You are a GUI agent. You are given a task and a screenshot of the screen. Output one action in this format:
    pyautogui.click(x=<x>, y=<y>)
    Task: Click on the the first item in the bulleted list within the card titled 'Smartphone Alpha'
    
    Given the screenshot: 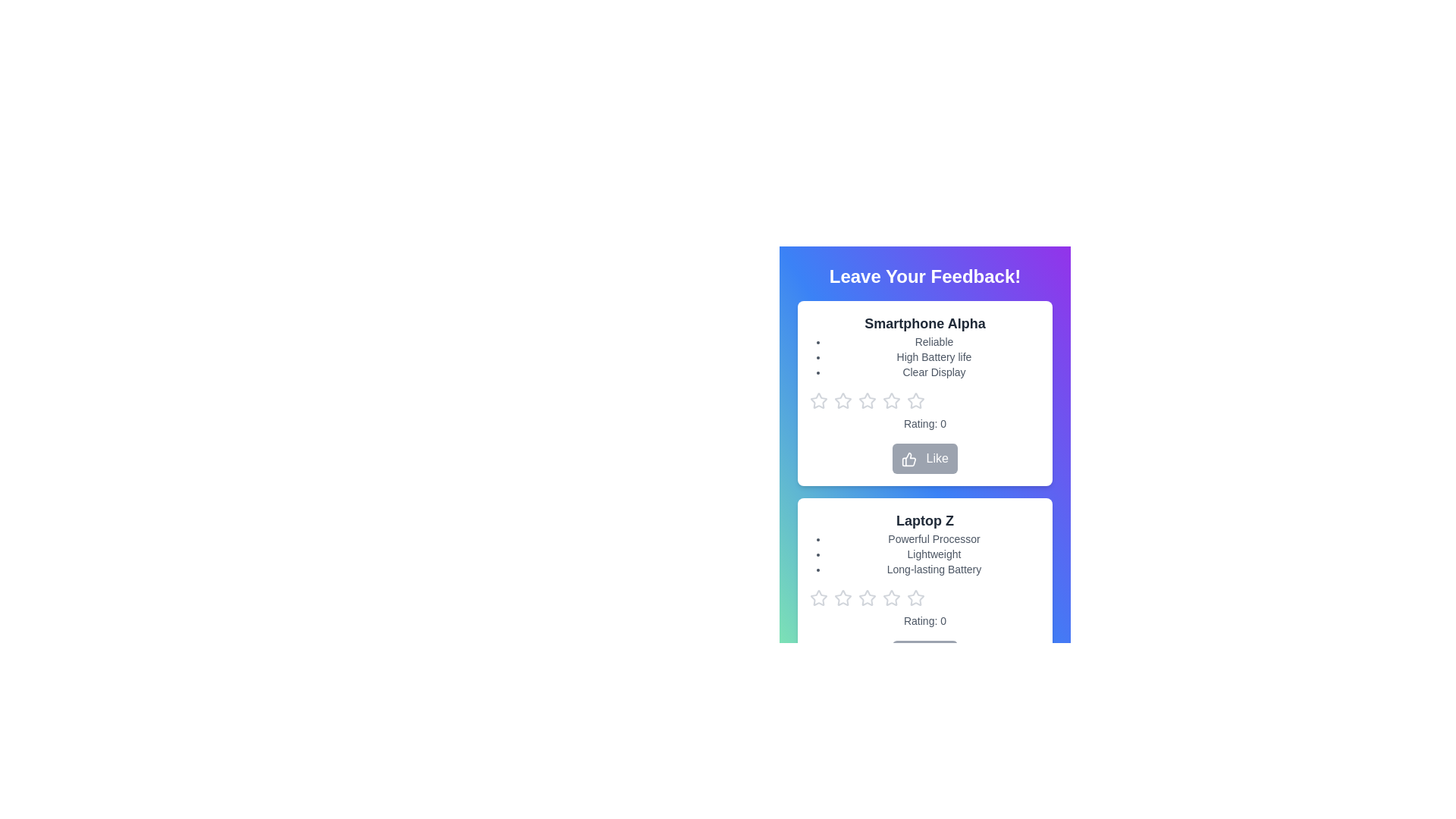 What is the action you would take?
    pyautogui.click(x=934, y=342)
    